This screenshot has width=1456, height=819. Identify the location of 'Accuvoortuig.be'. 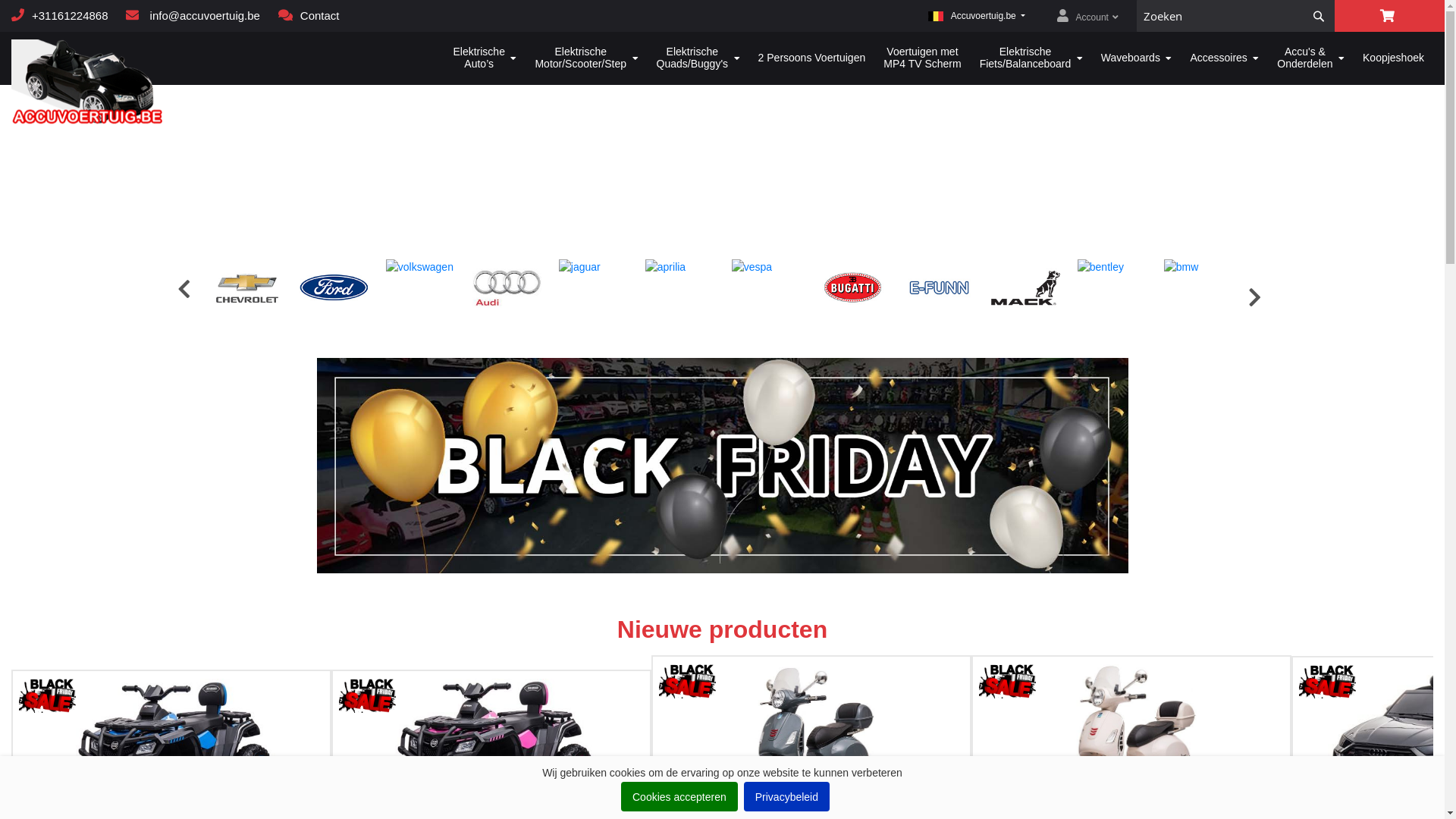
(11, 83).